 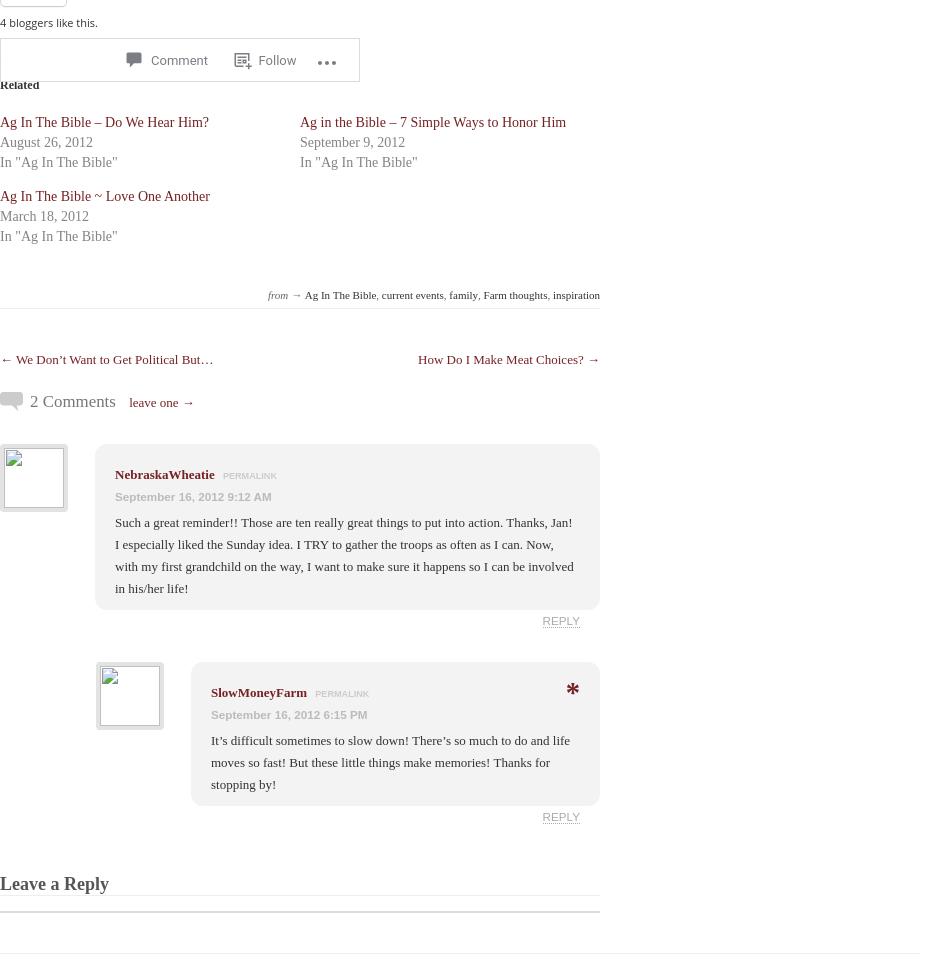 What do you see at coordinates (192, 496) in the screenshot?
I see `'September 16, 2012 9:12 AM'` at bounding box center [192, 496].